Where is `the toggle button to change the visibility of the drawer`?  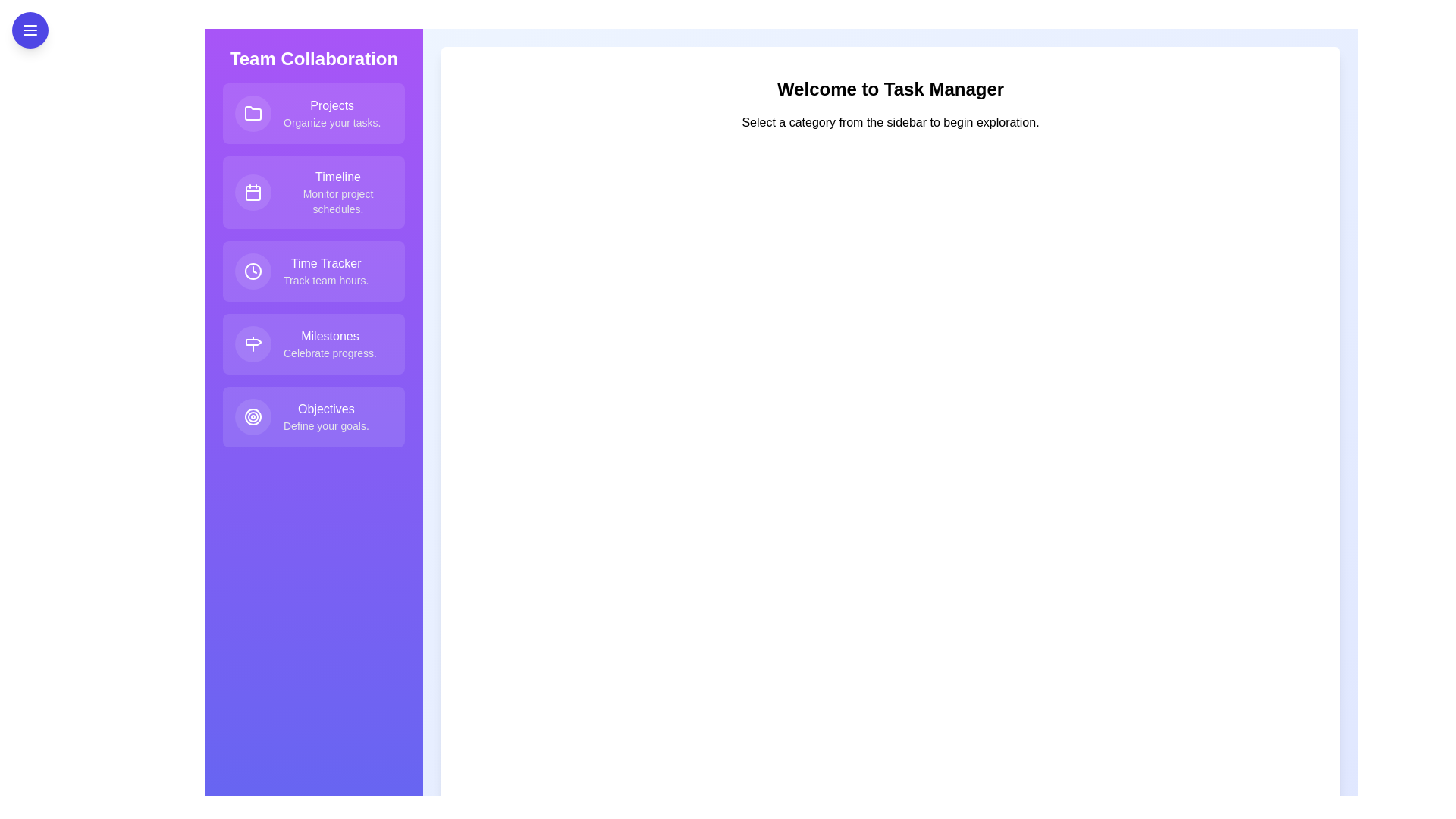 the toggle button to change the visibility of the drawer is located at coordinates (30, 30).